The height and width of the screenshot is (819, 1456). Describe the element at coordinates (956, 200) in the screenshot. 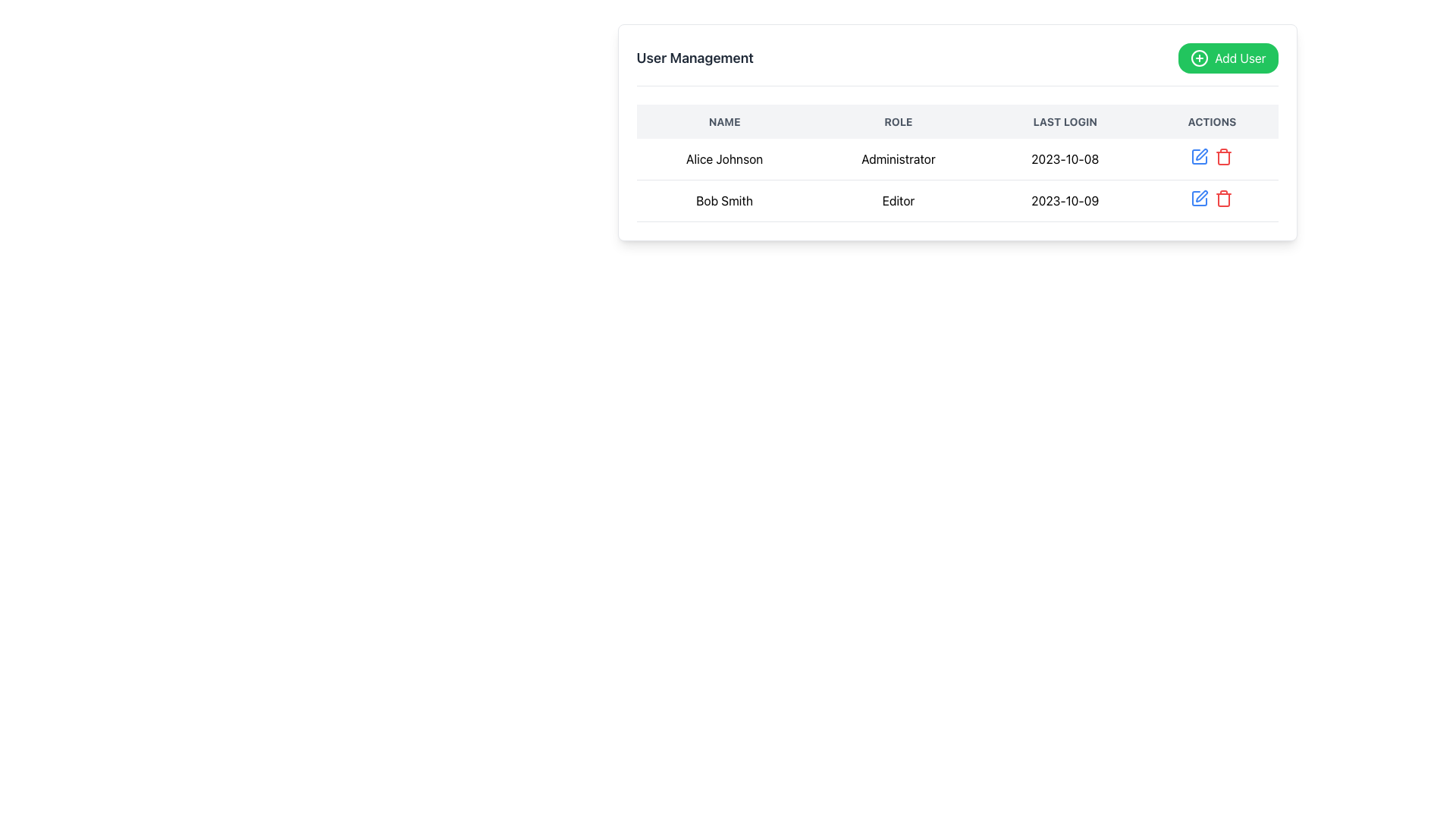

I see `the second row in the user management table that contains the details for 'Bob Smith', which includes the name, role, last login date, and action buttons` at that location.